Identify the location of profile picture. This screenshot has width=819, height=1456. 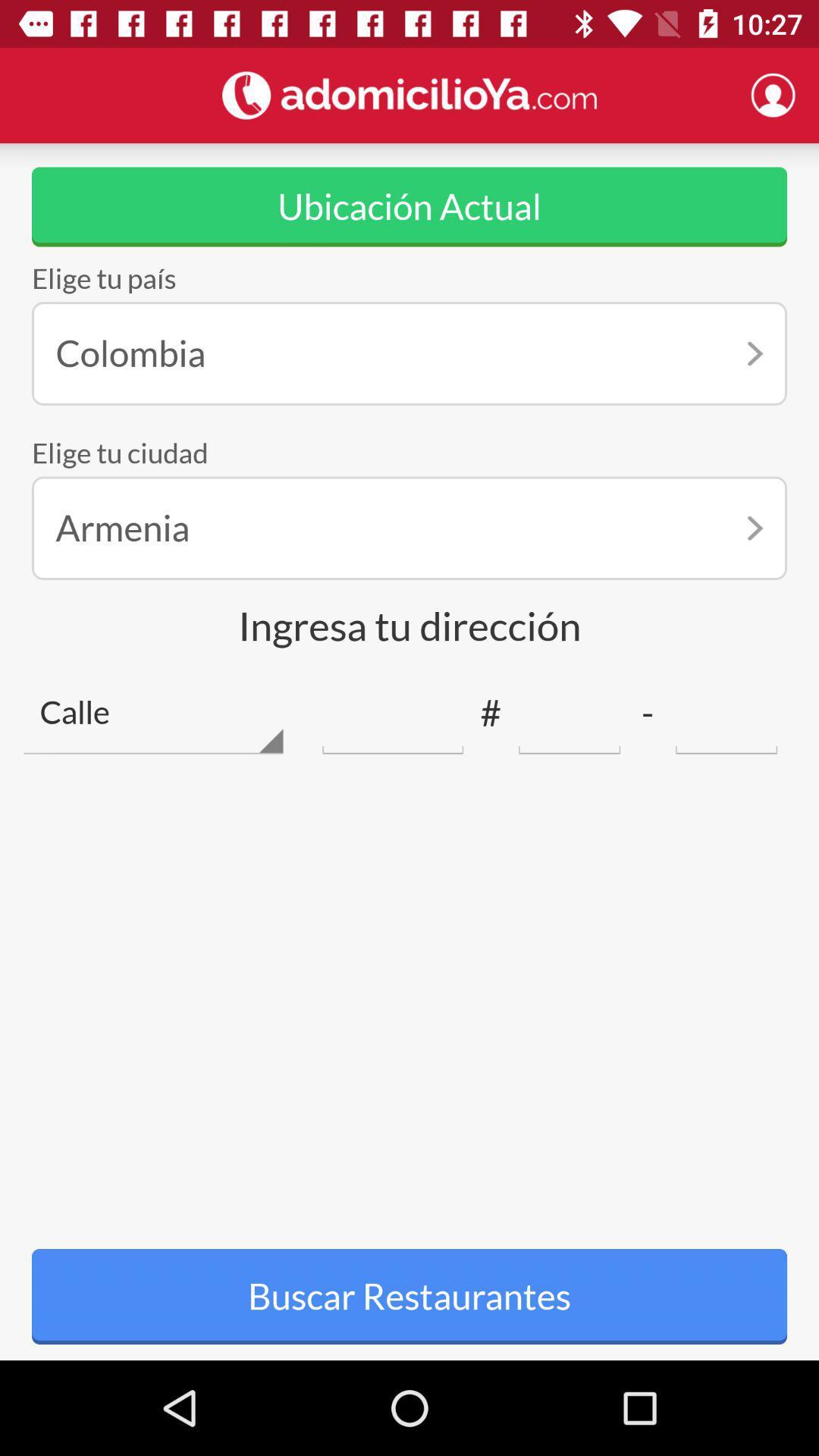
(773, 94).